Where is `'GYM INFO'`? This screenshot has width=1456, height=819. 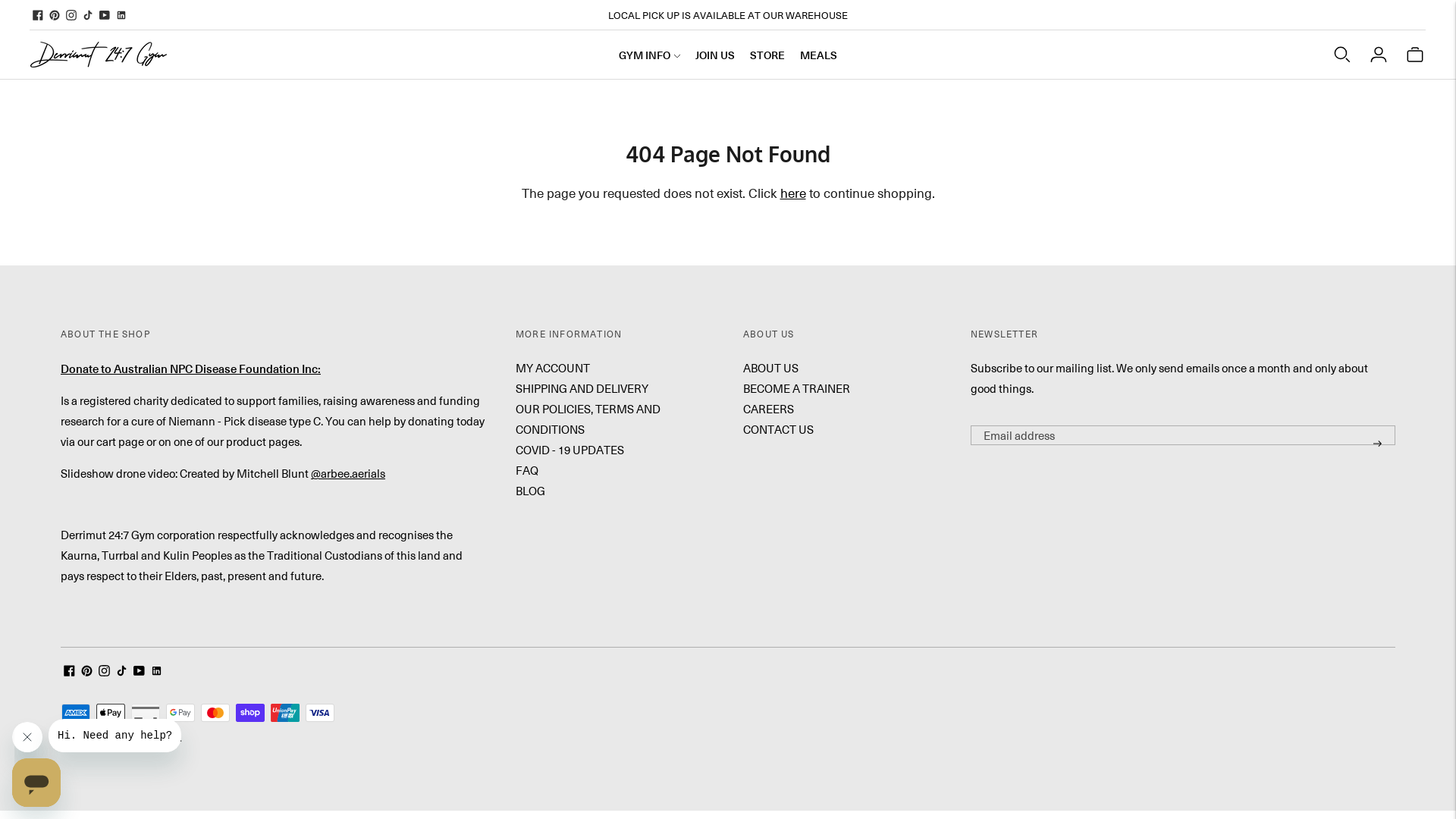 'GYM INFO' is located at coordinates (619, 54).